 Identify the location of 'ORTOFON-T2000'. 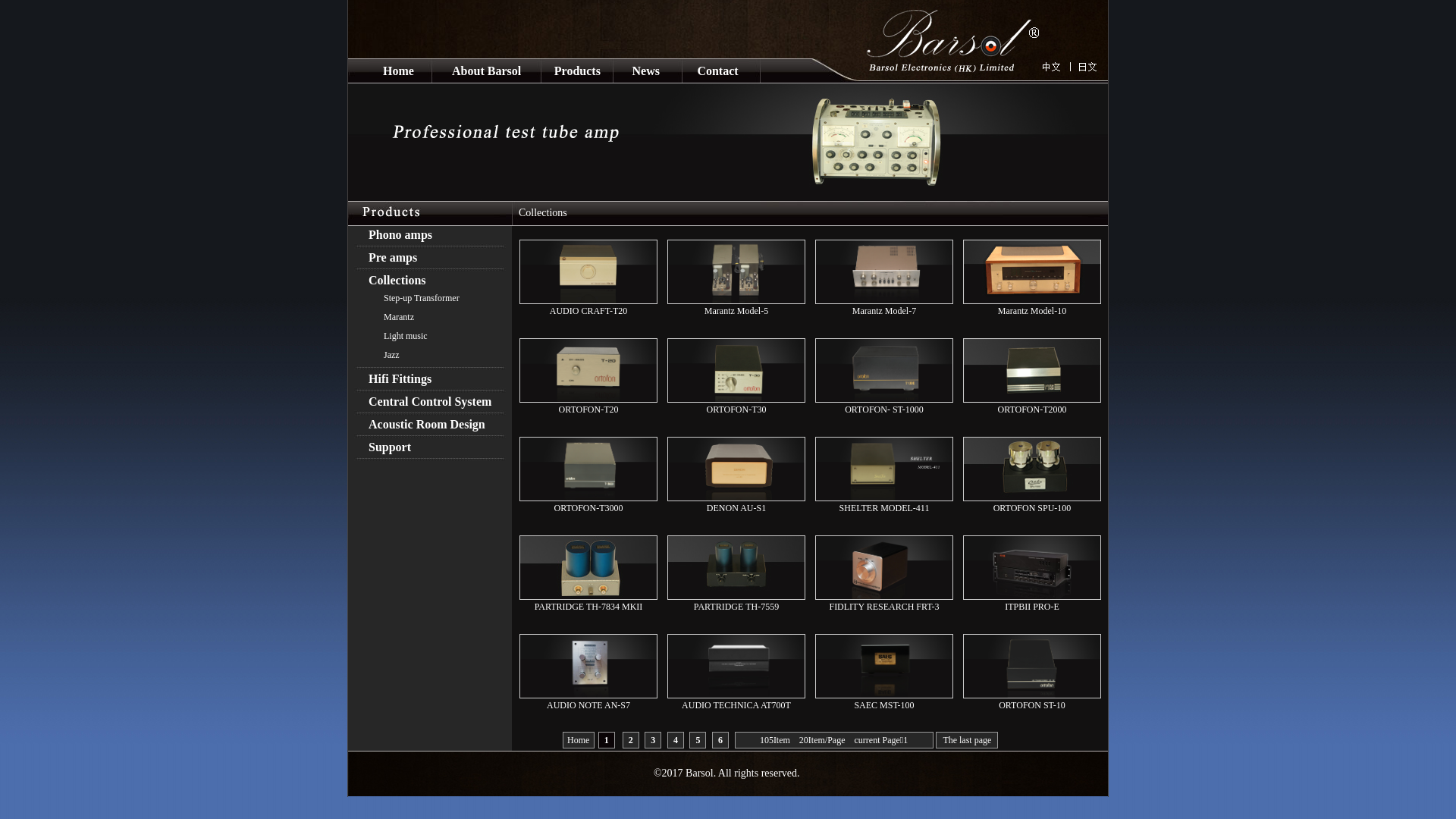
(1031, 409).